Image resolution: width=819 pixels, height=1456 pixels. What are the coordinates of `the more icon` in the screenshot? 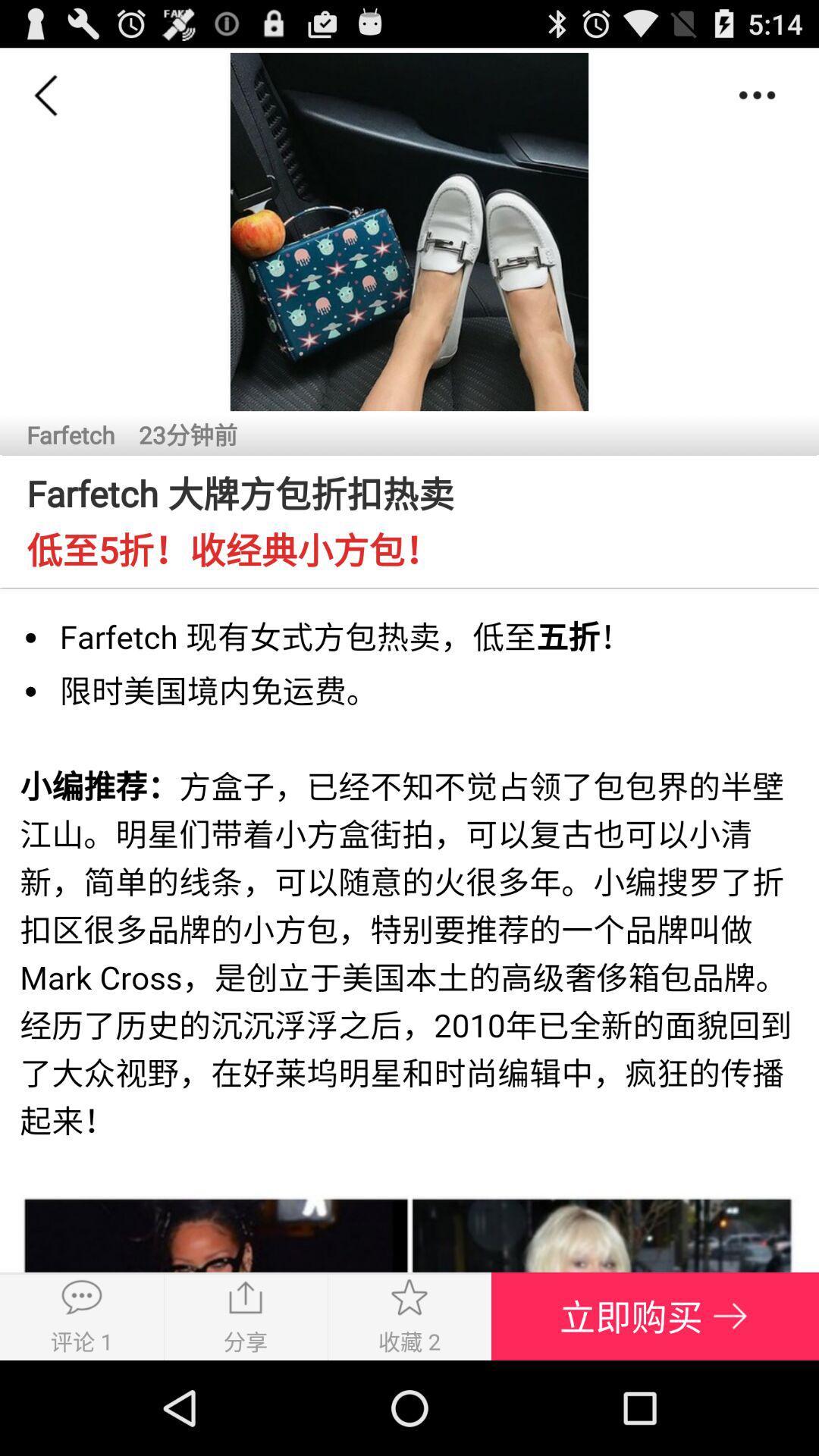 It's located at (757, 101).